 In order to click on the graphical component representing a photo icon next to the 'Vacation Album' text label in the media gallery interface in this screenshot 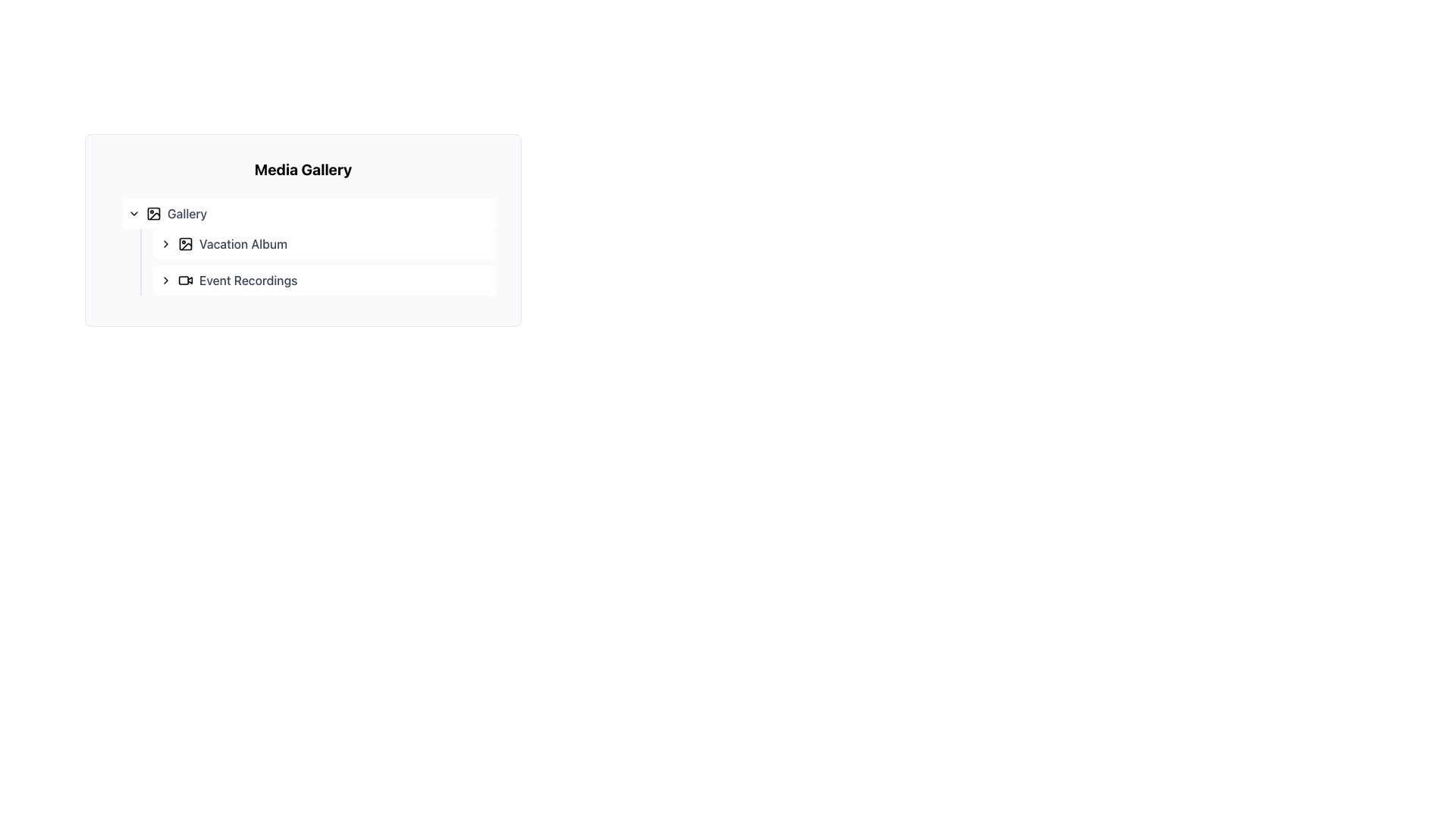, I will do `click(153, 213)`.